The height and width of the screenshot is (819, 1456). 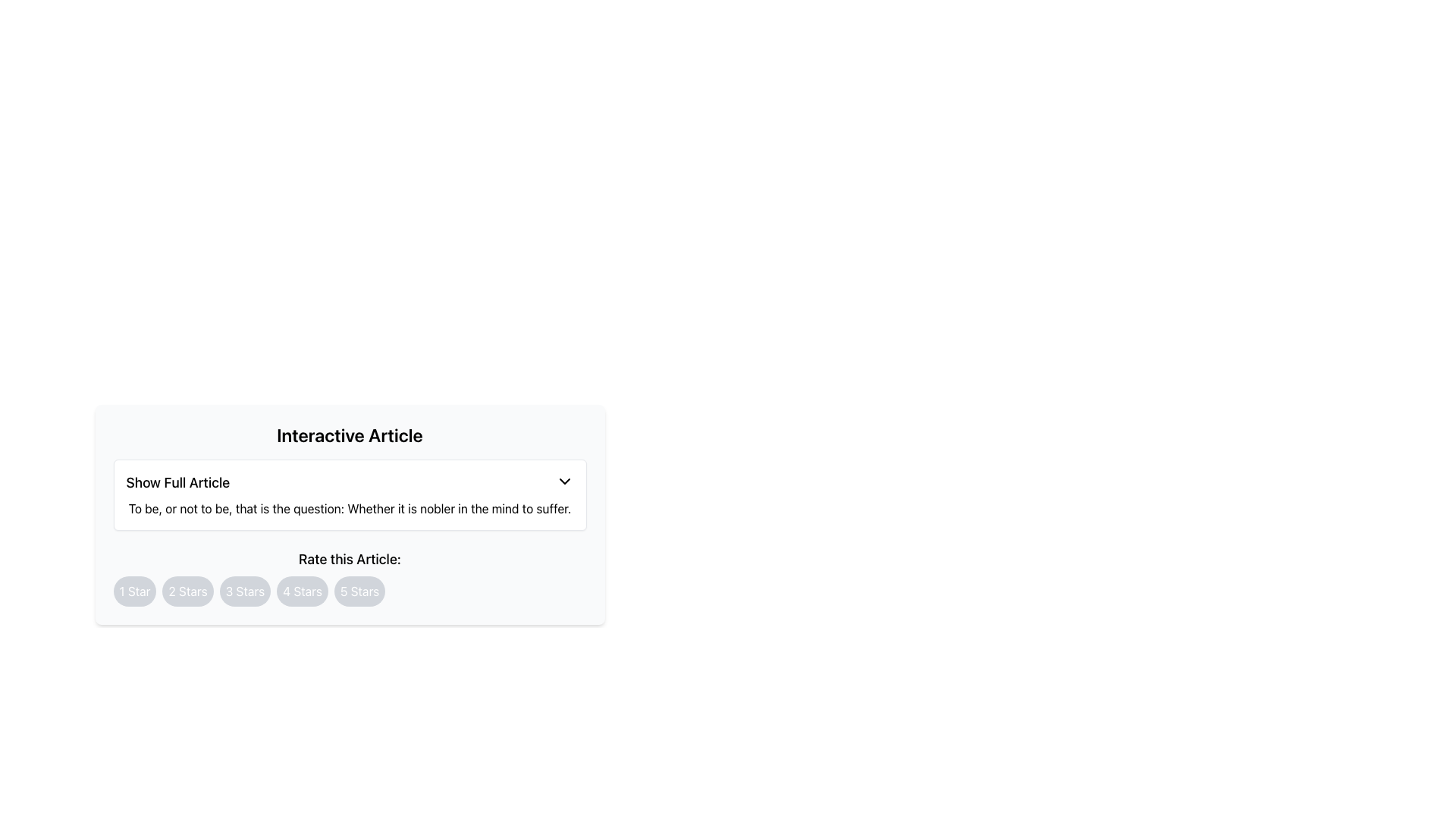 What do you see at coordinates (349, 559) in the screenshot?
I see `the text label 'Rate this Article:' which is prominently displayed in bold, large font above the star rating buttons` at bounding box center [349, 559].